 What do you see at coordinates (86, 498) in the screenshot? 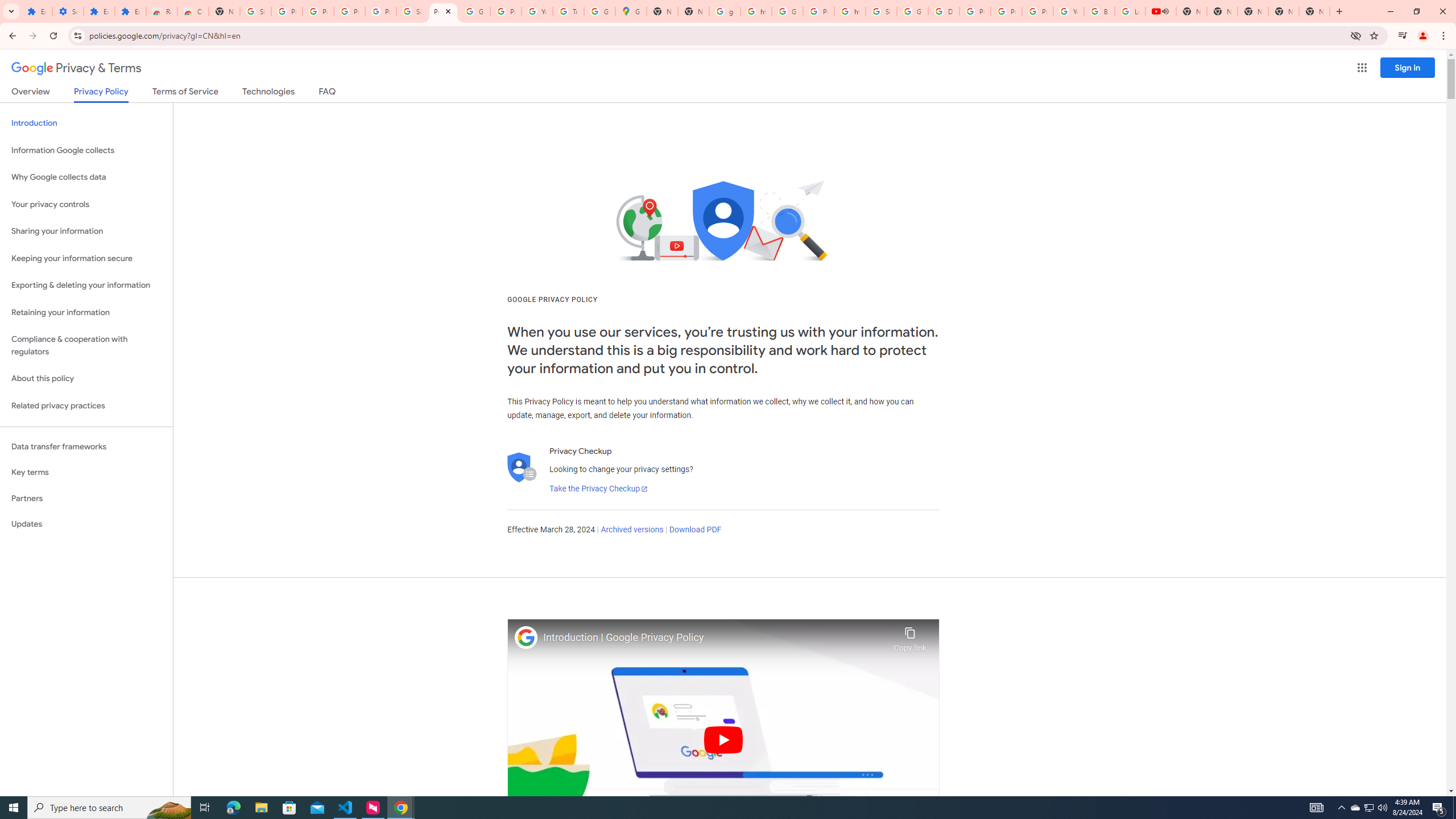
I see `'Partners'` at bounding box center [86, 498].